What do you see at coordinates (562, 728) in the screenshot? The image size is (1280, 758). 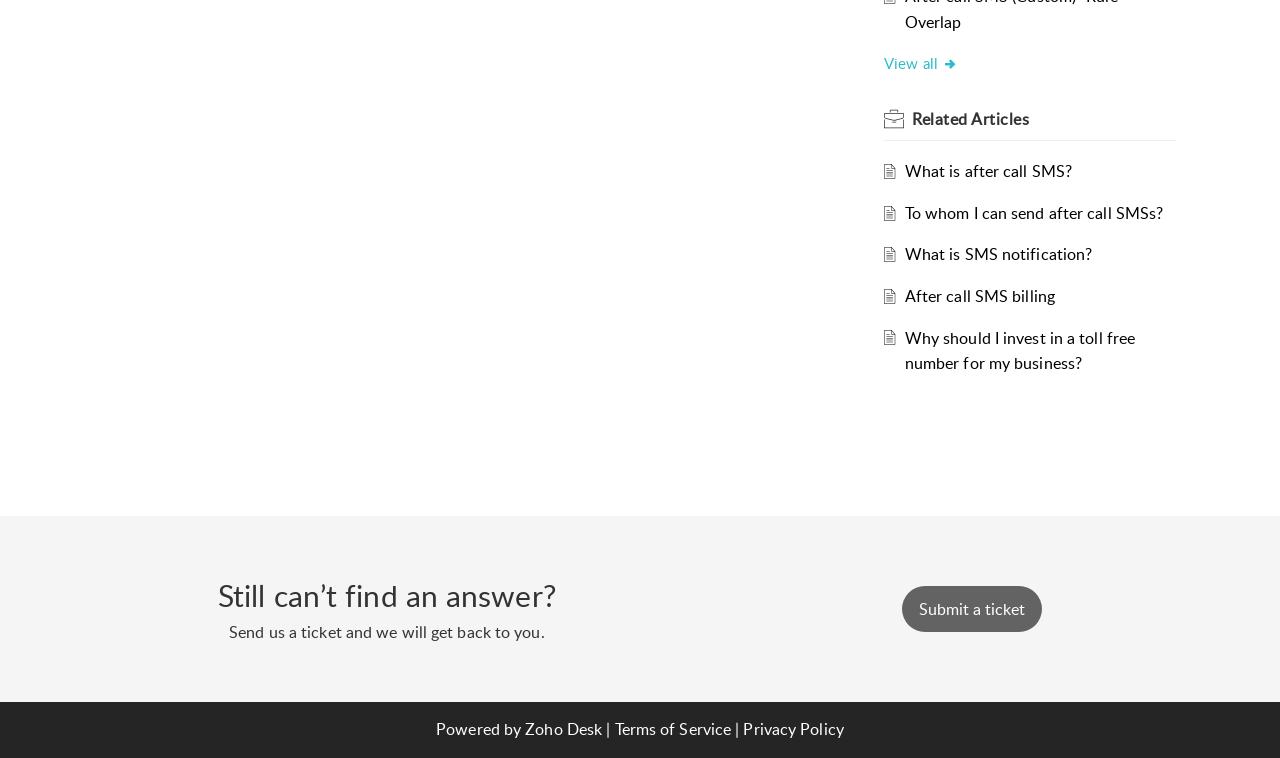 I see `'Zoho Desk'` at bounding box center [562, 728].